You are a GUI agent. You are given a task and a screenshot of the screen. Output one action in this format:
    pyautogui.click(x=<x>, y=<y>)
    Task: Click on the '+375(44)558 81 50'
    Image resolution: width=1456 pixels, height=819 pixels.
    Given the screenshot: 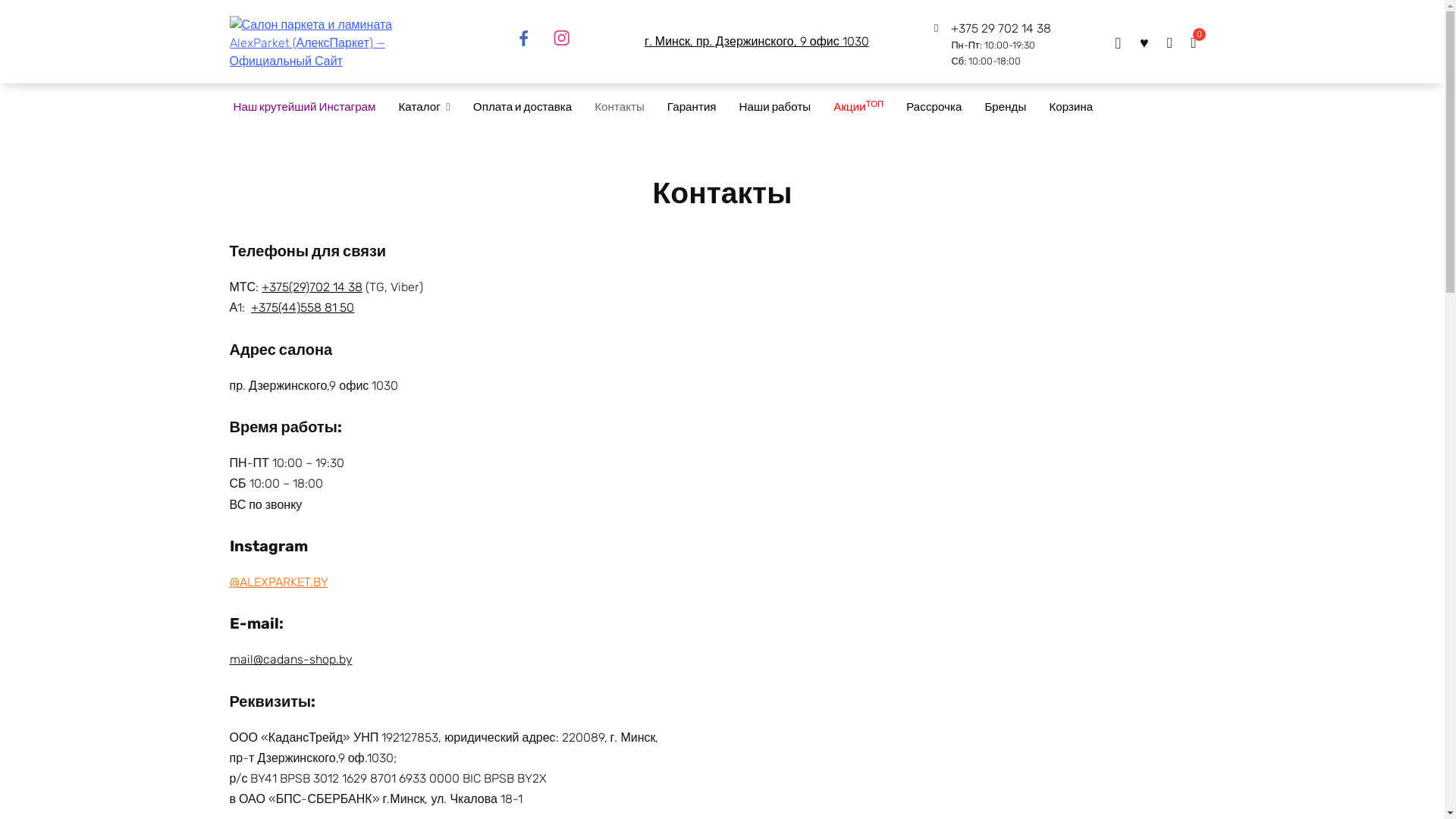 What is the action you would take?
    pyautogui.click(x=302, y=307)
    